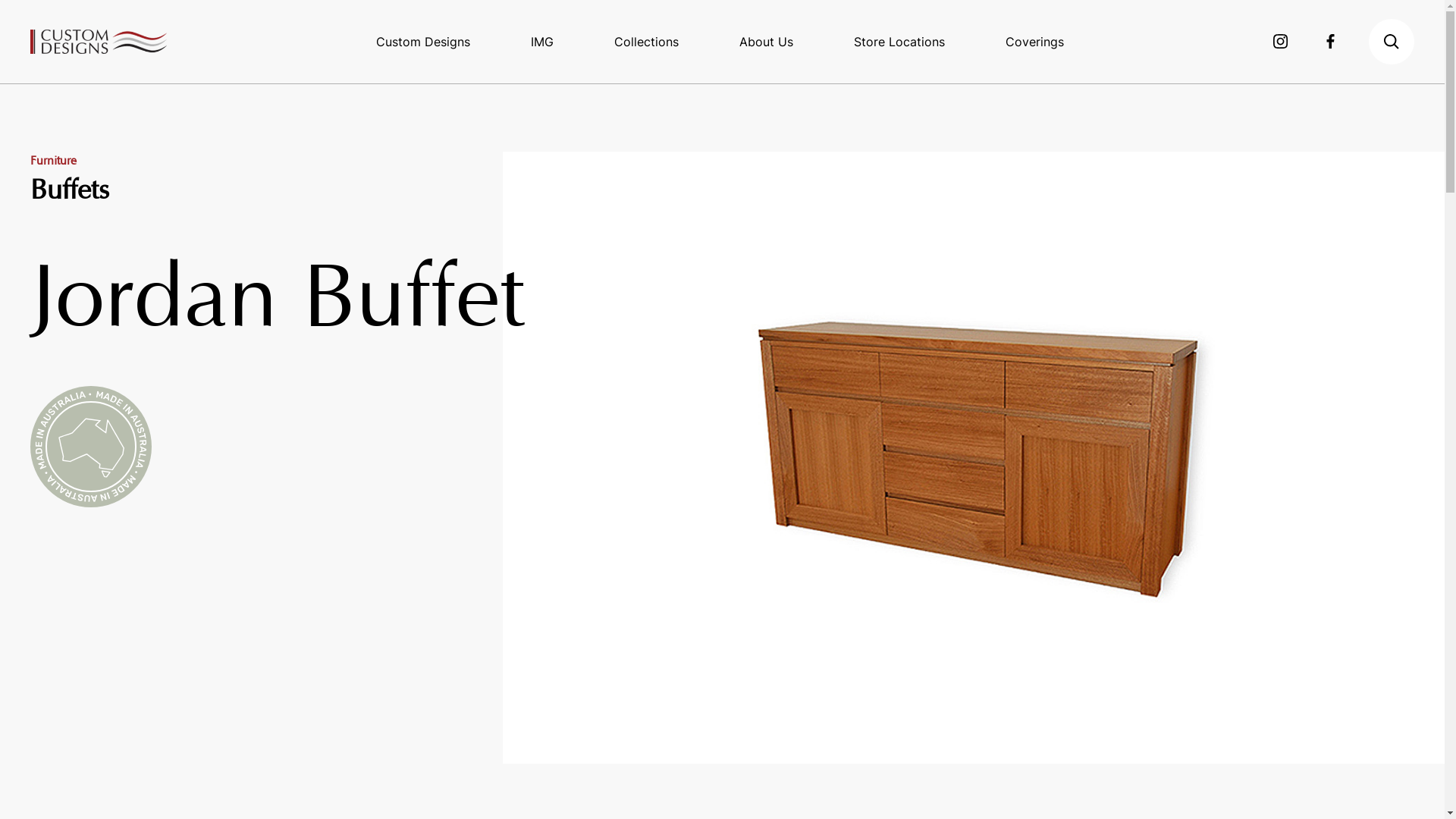 The image size is (1456, 819). Describe the element at coordinates (1325, 40) in the screenshot. I see `'Facebook'` at that location.